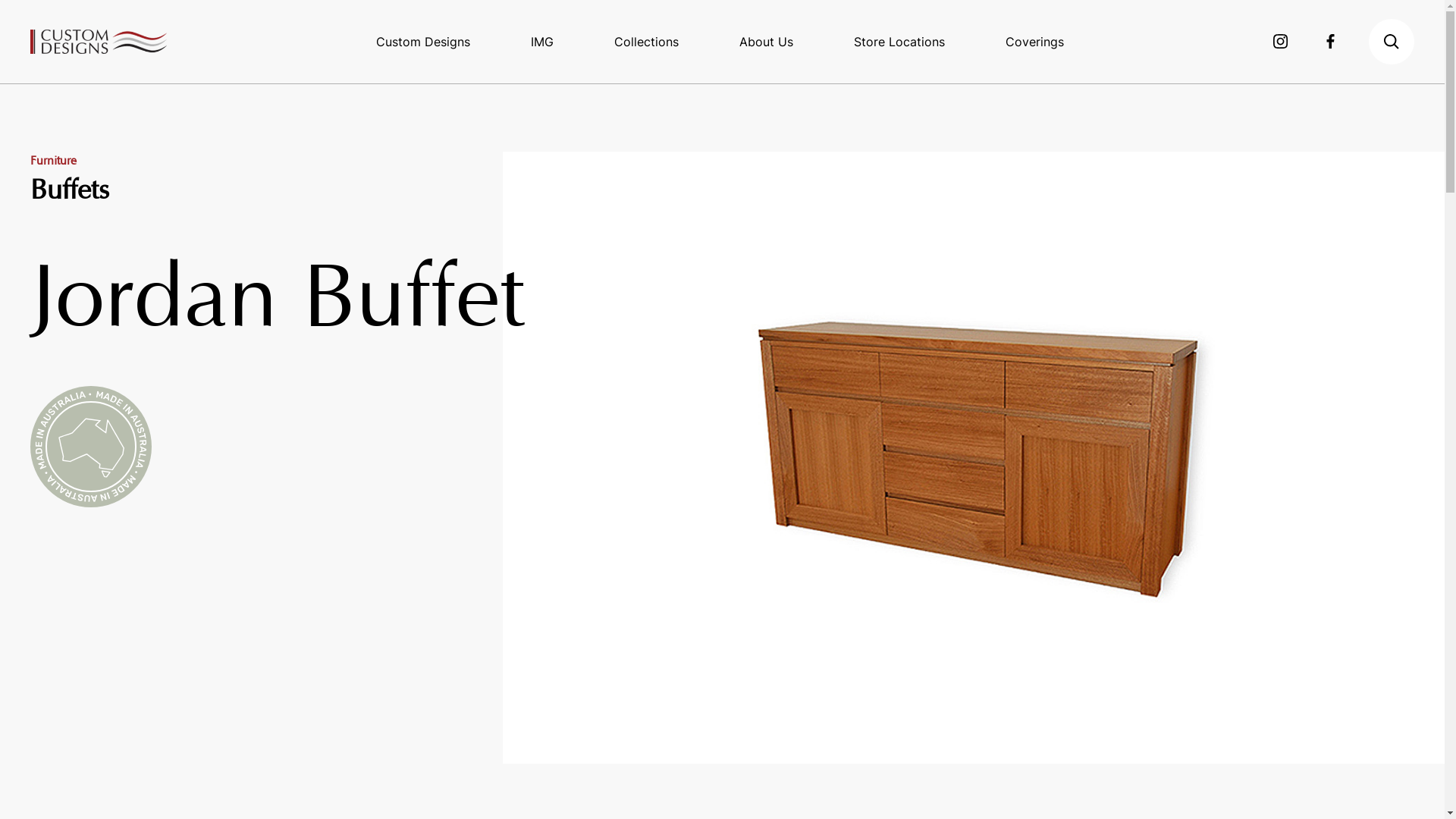 The image size is (1456, 819). Describe the element at coordinates (1325, 40) in the screenshot. I see `'Facebook'` at that location.